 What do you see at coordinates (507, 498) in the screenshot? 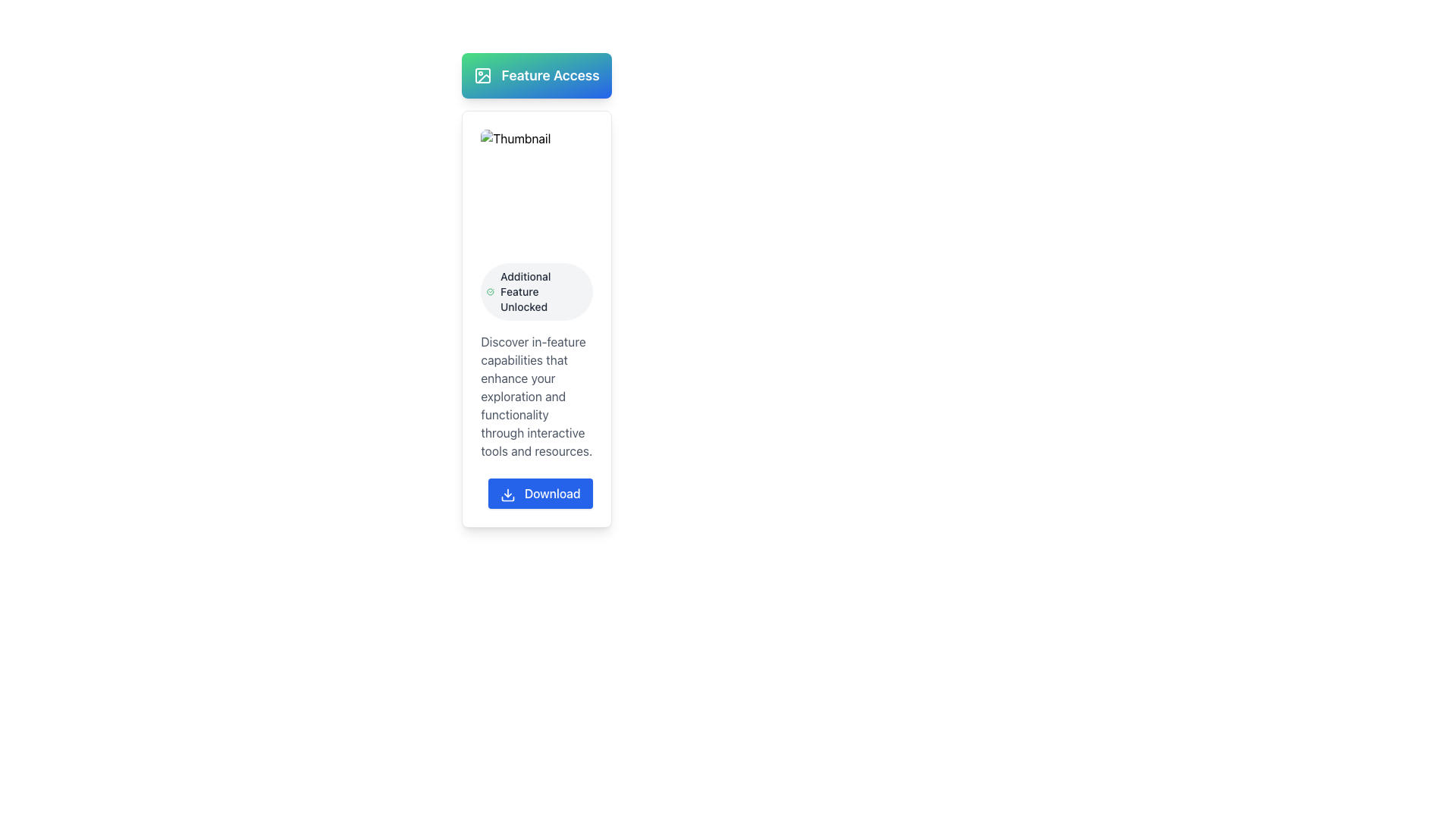
I see `the lower arc component of the download icon within the blue button near the bottom of the card interface` at bounding box center [507, 498].